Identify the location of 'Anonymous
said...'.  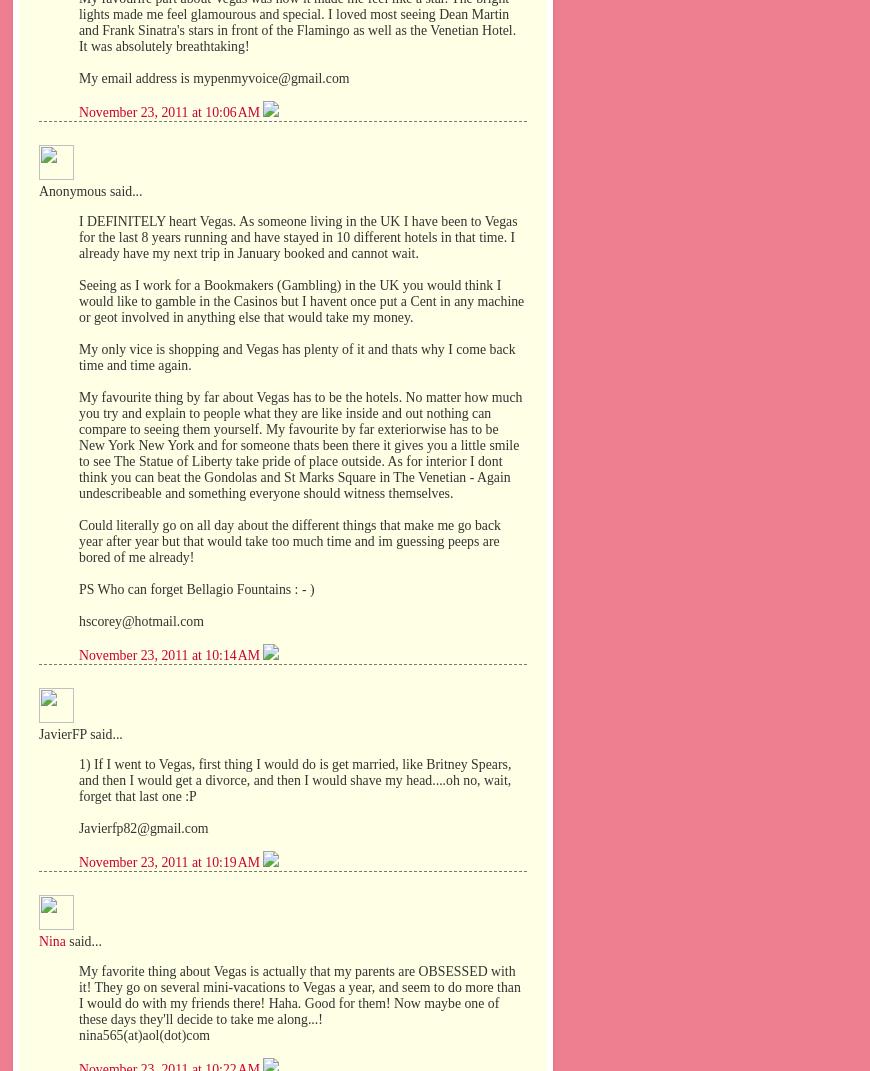
(37, 190).